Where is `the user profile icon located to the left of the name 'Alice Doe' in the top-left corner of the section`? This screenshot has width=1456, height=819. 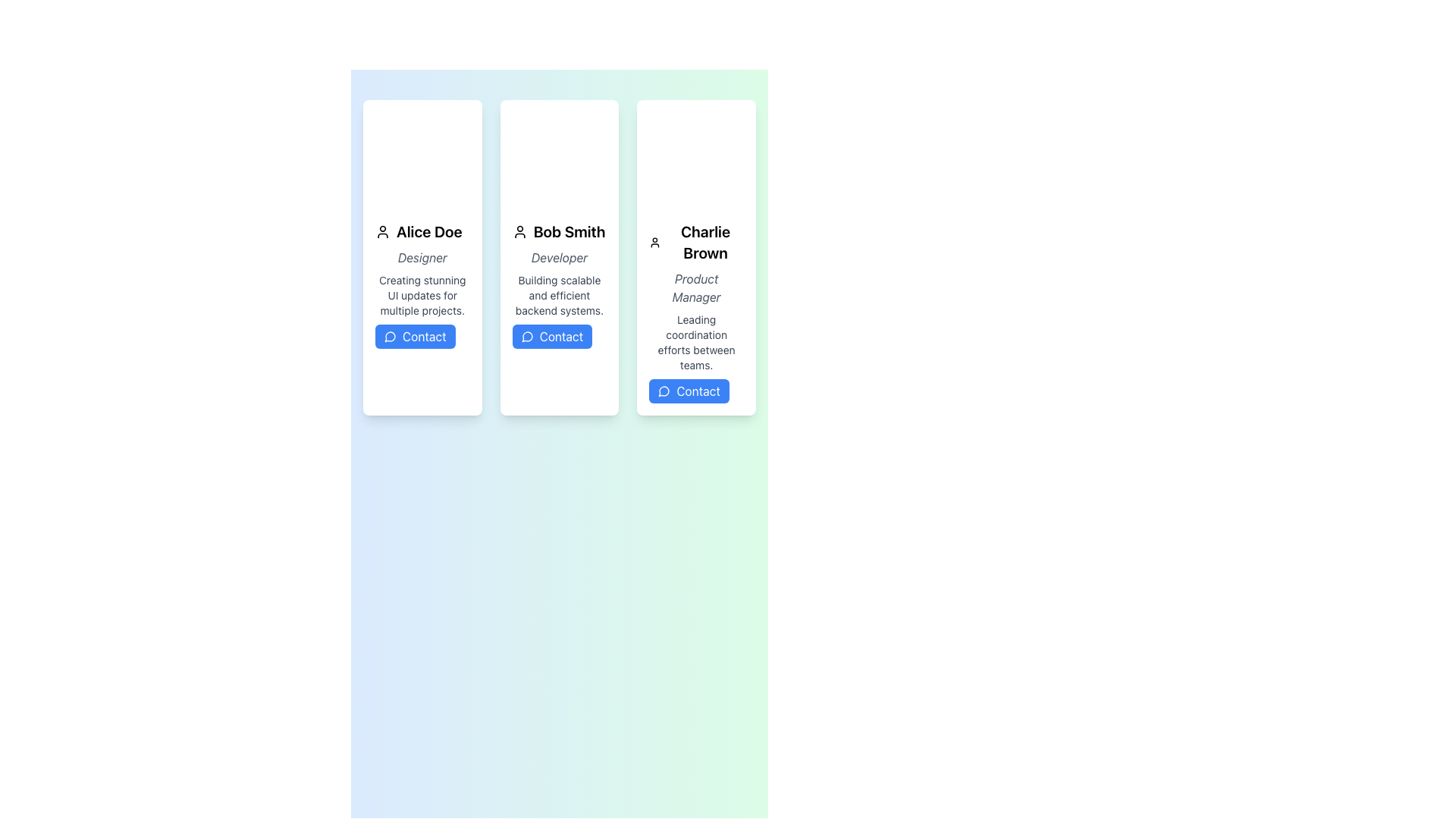 the user profile icon located to the left of the name 'Alice Doe' in the top-left corner of the section is located at coordinates (382, 231).